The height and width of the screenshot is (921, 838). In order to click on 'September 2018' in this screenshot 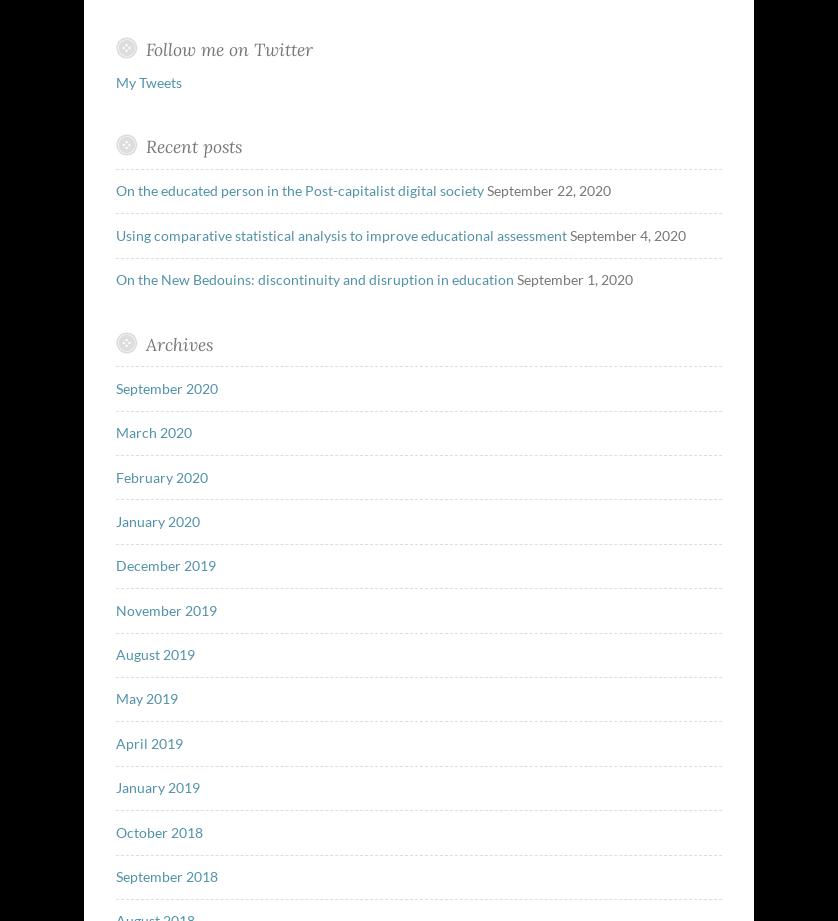, I will do `click(114, 875)`.